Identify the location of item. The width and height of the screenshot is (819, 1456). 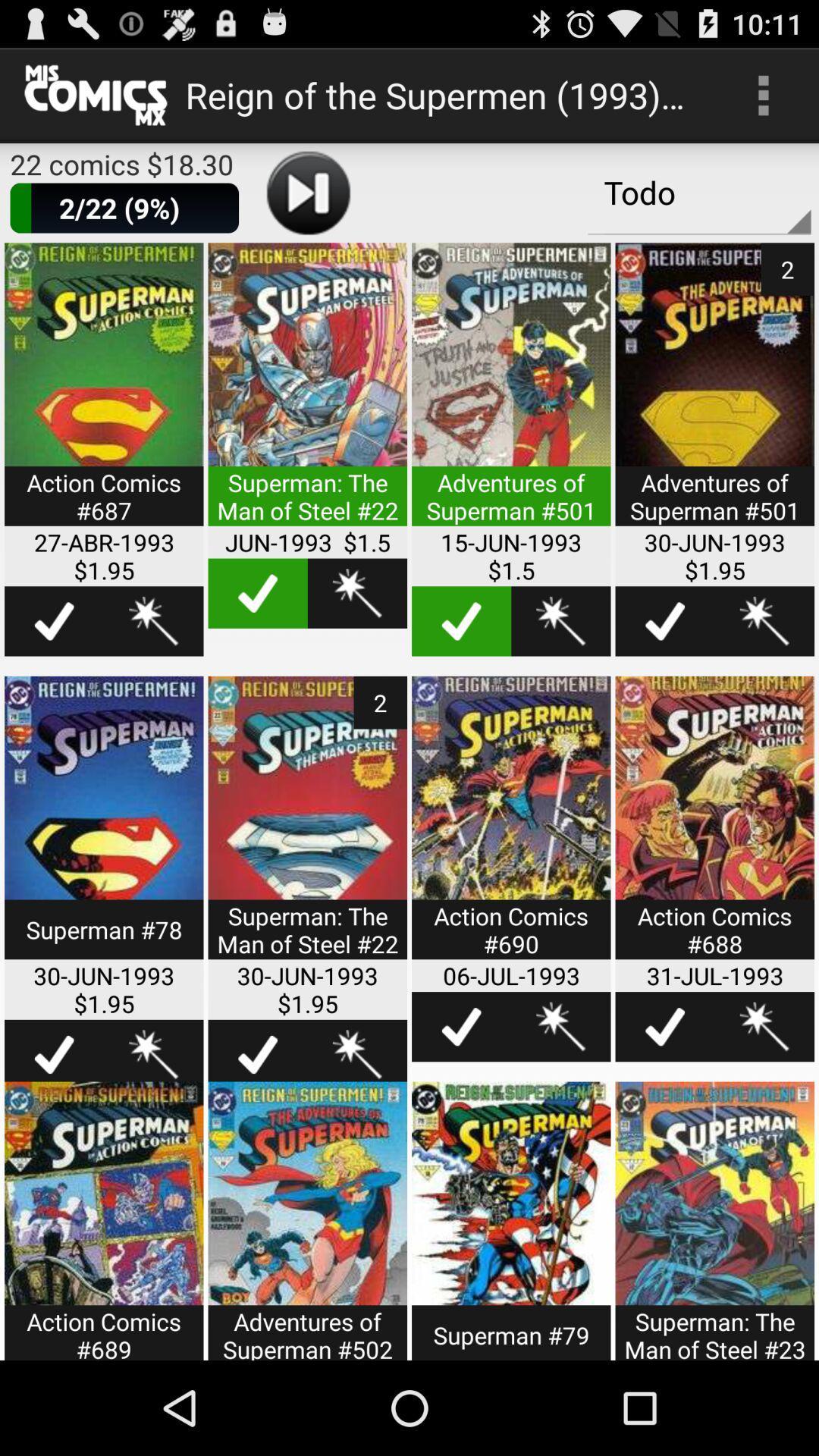
(714, 1221).